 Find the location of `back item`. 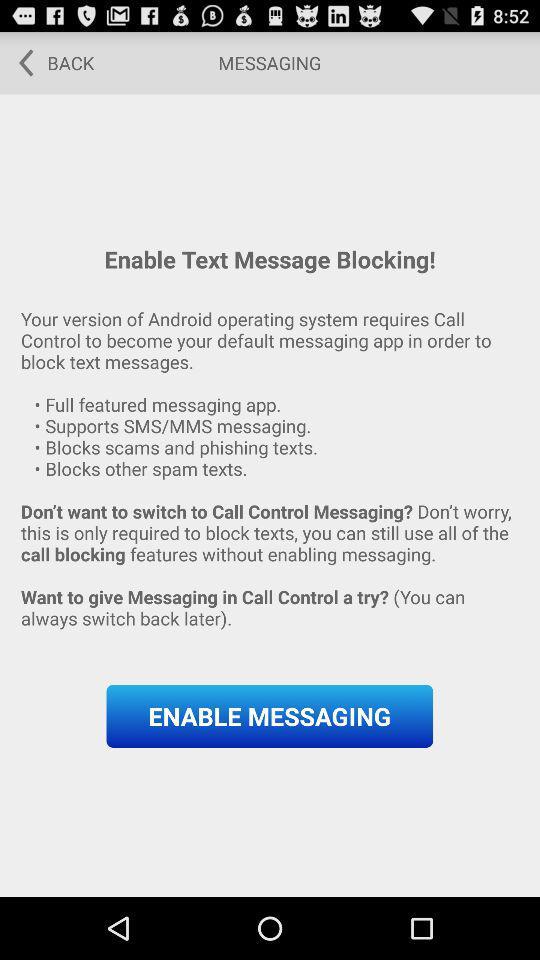

back item is located at coordinates (49, 62).